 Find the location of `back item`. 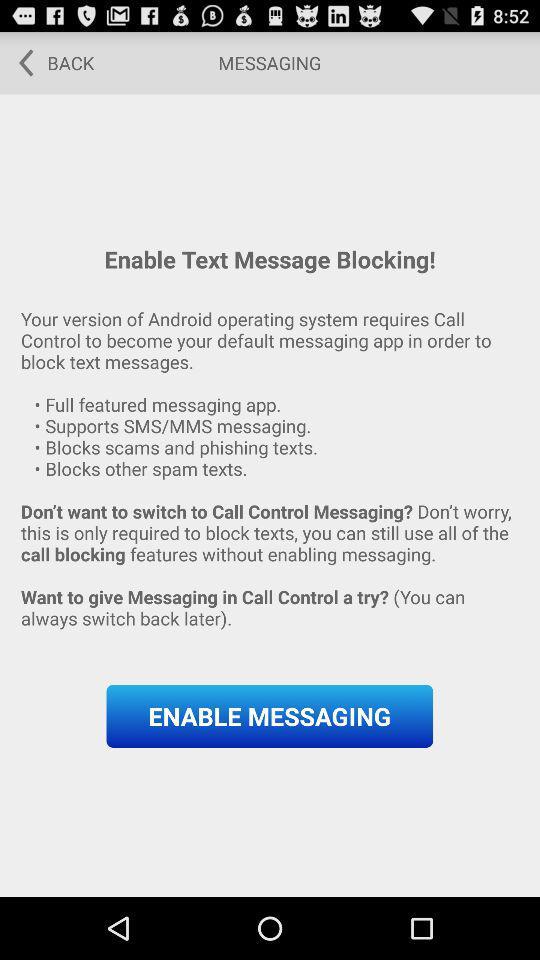

back item is located at coordinates (49, 62).